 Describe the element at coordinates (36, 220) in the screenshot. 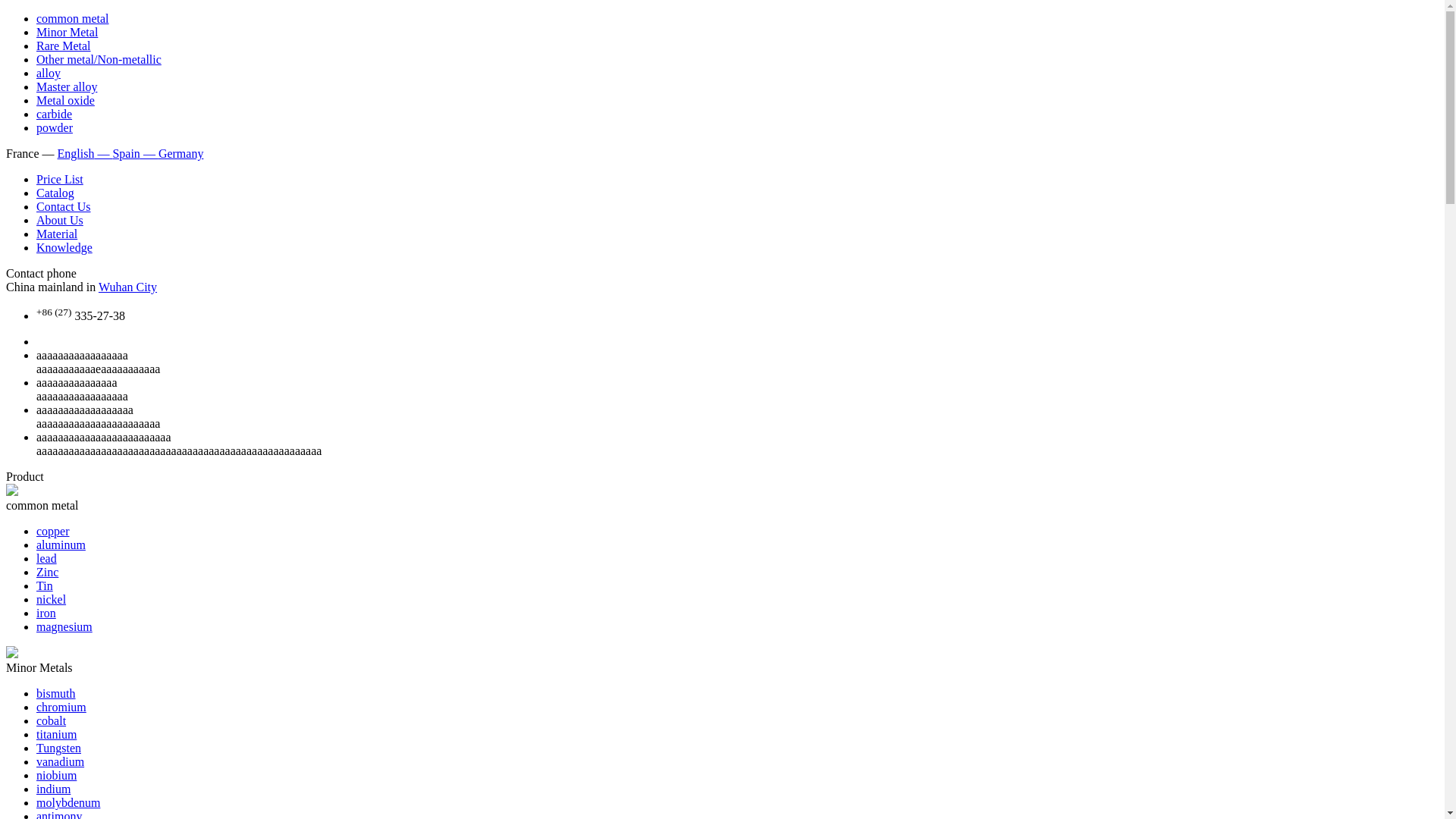

I see `'About Us'` at that location.